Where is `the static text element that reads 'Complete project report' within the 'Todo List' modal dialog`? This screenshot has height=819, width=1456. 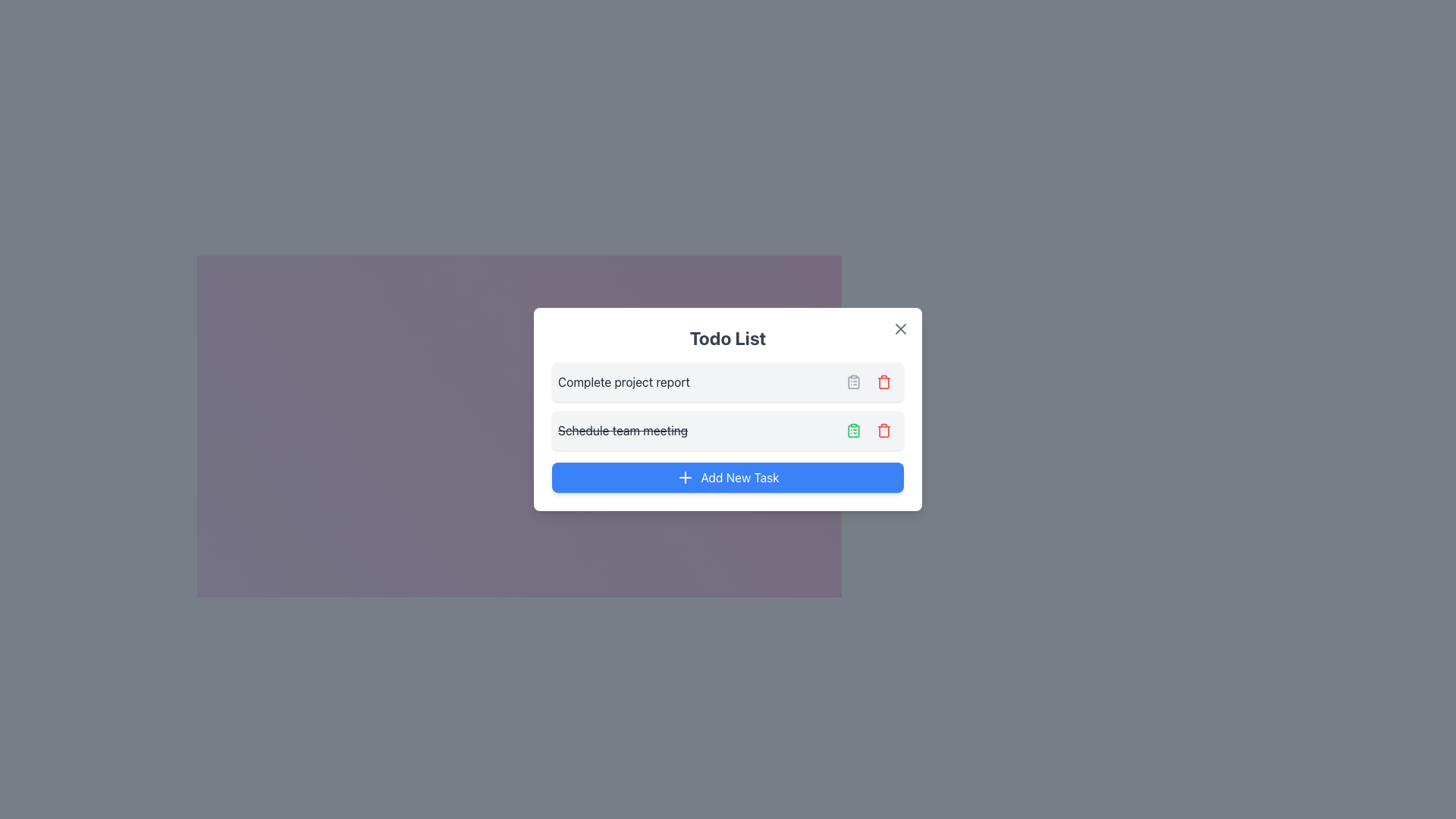
the static text element that reads 'Complete project report' within the 'Todo List' modal dialog is located at coordinates (623, 381).